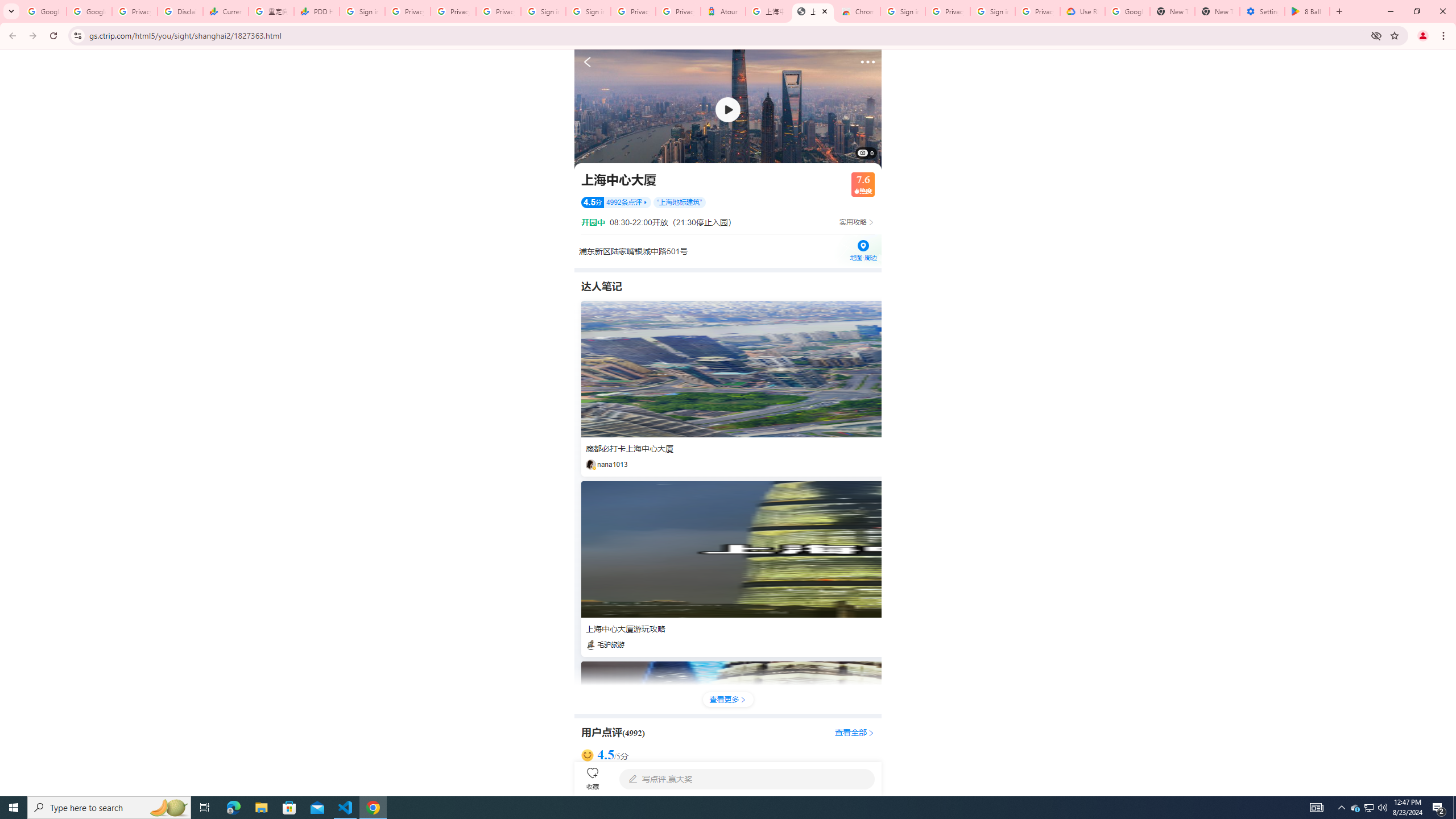 The height and width of the screenshot is (819, 1456). I want to click on 'Chrome Web Store - Color themes by Chrome', so click(857, 11).